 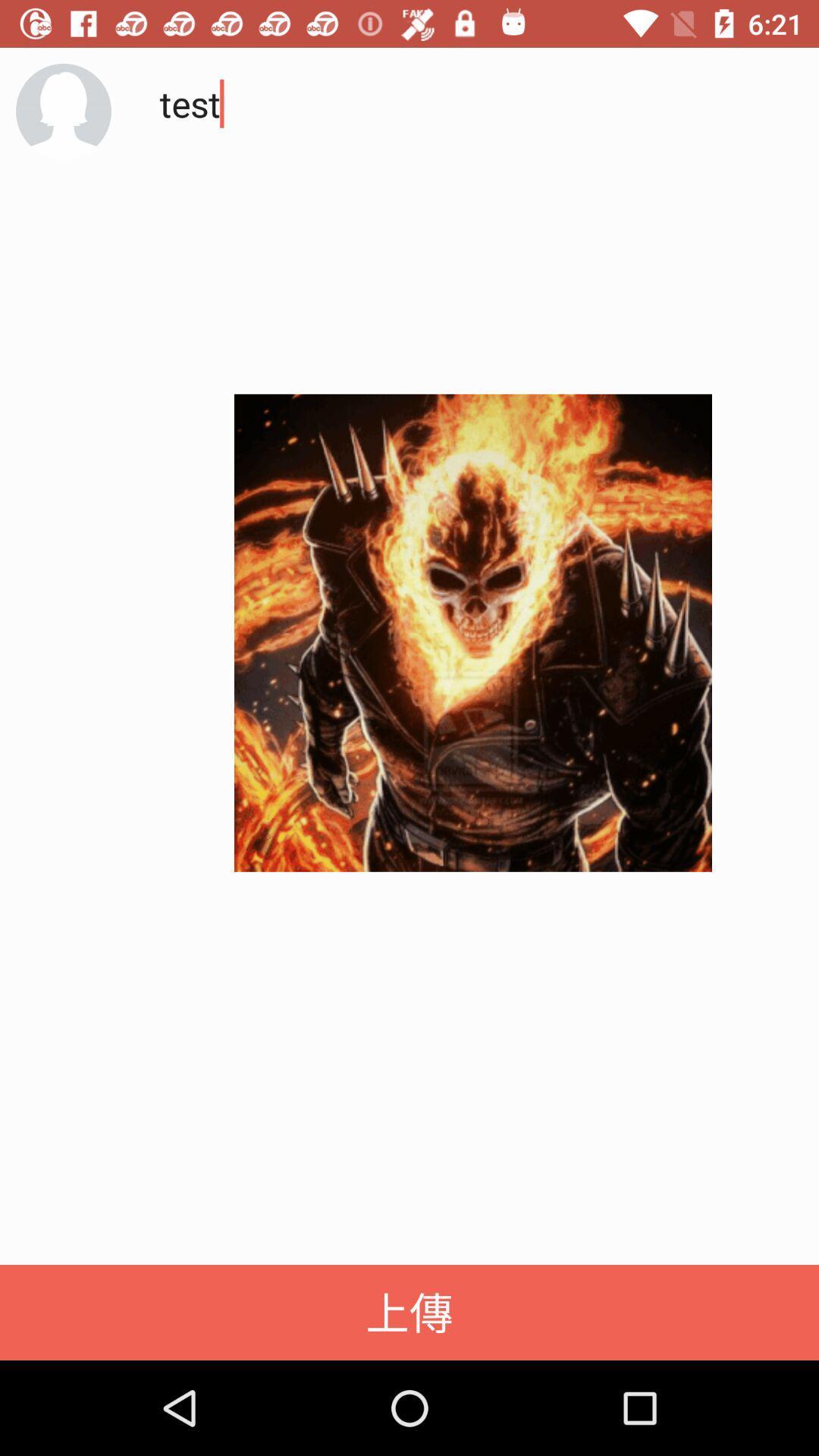 What do you see at coordinates (465, 212) in the screenshot?
I see `the test` at bounding box center [465, 212].